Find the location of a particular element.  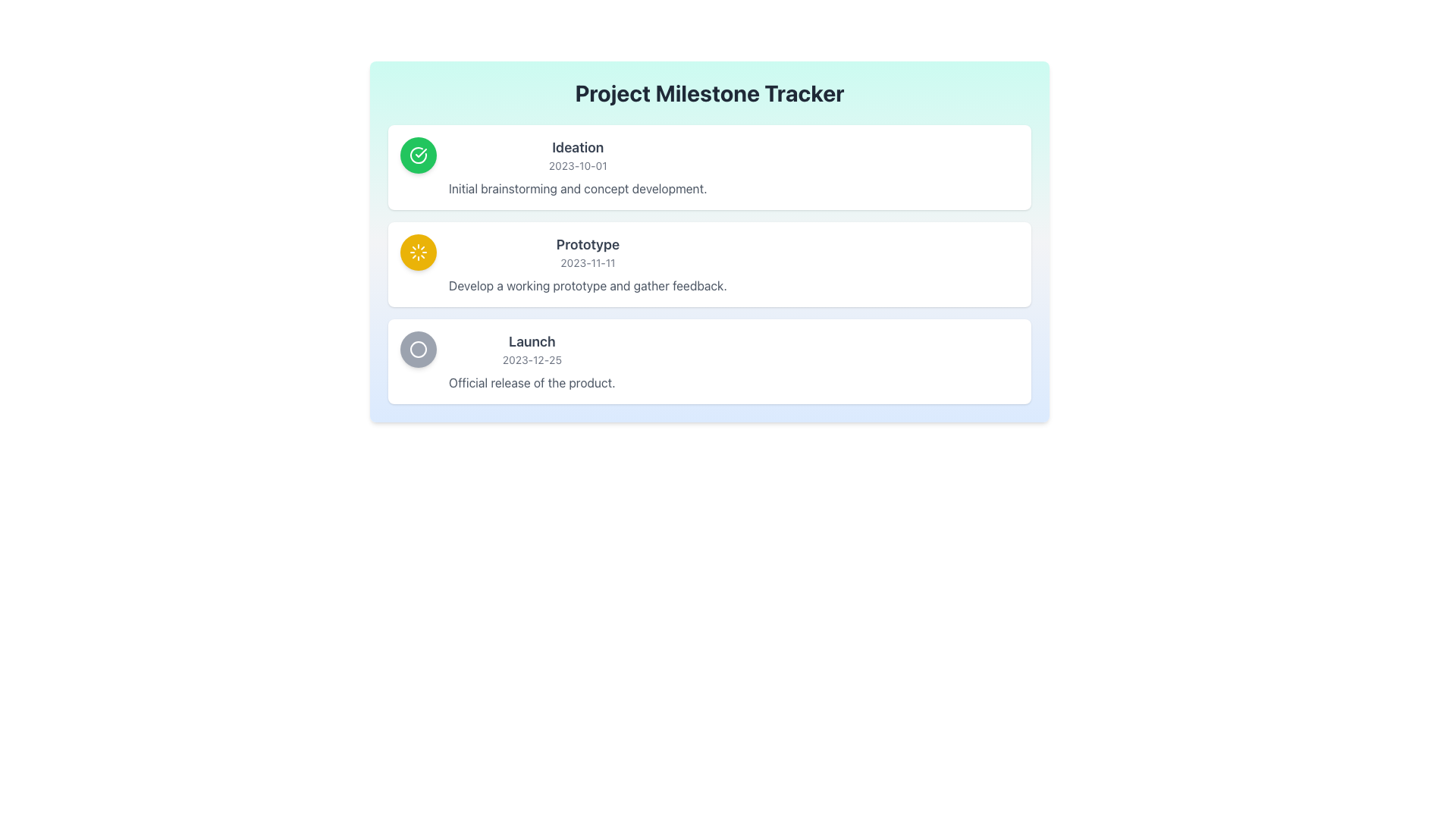

the information represented by the yellow circular icon with a sun symbol, located on the left side of the 'Prototype' card, adjacent to its text, within the second milestone item of the milestone tracker is located at coordinates (419, 251).